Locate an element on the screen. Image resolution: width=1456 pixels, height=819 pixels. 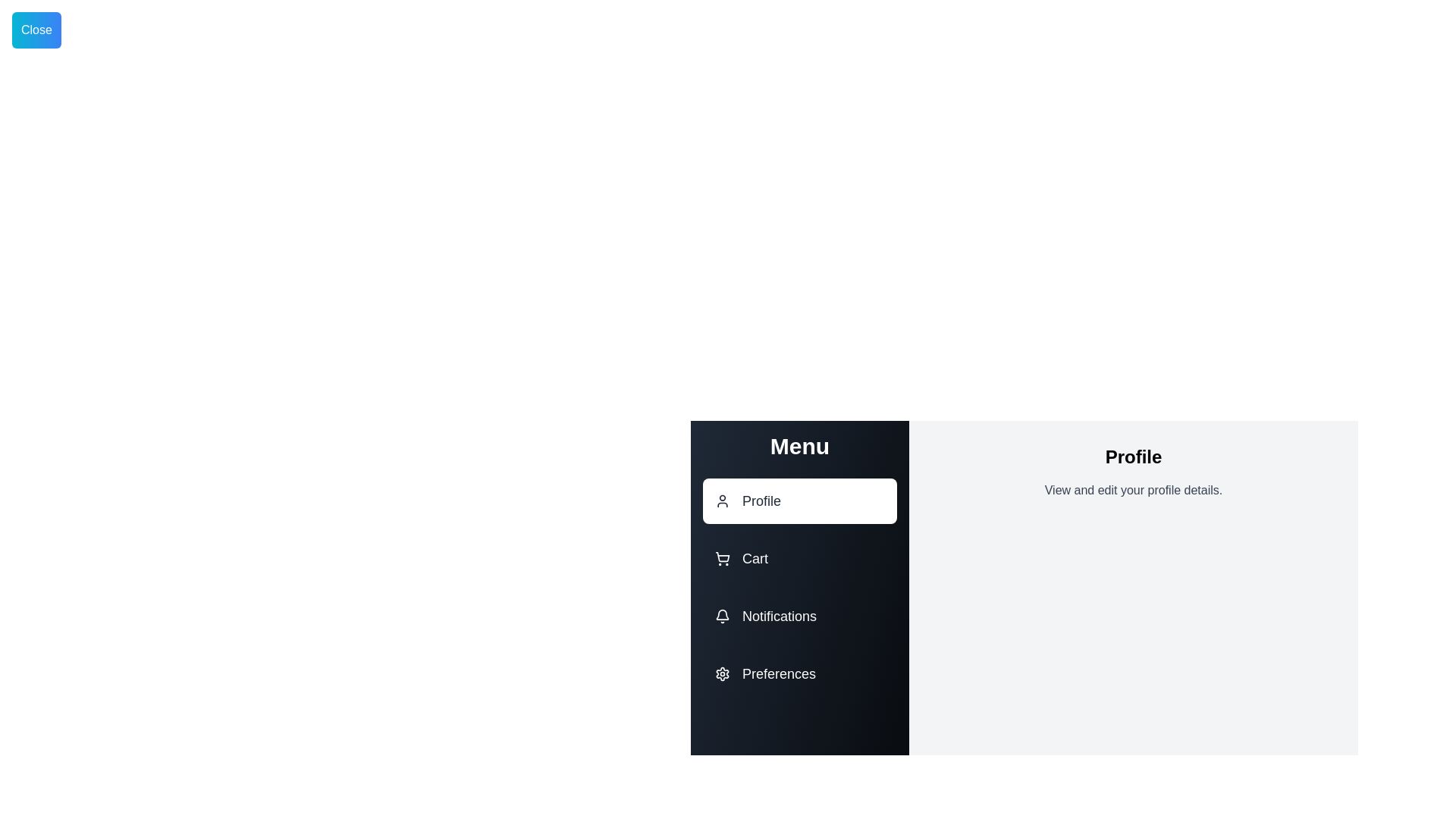
the menu option Profile by clicking on its corresponding area is located at coordinates (799, 500).